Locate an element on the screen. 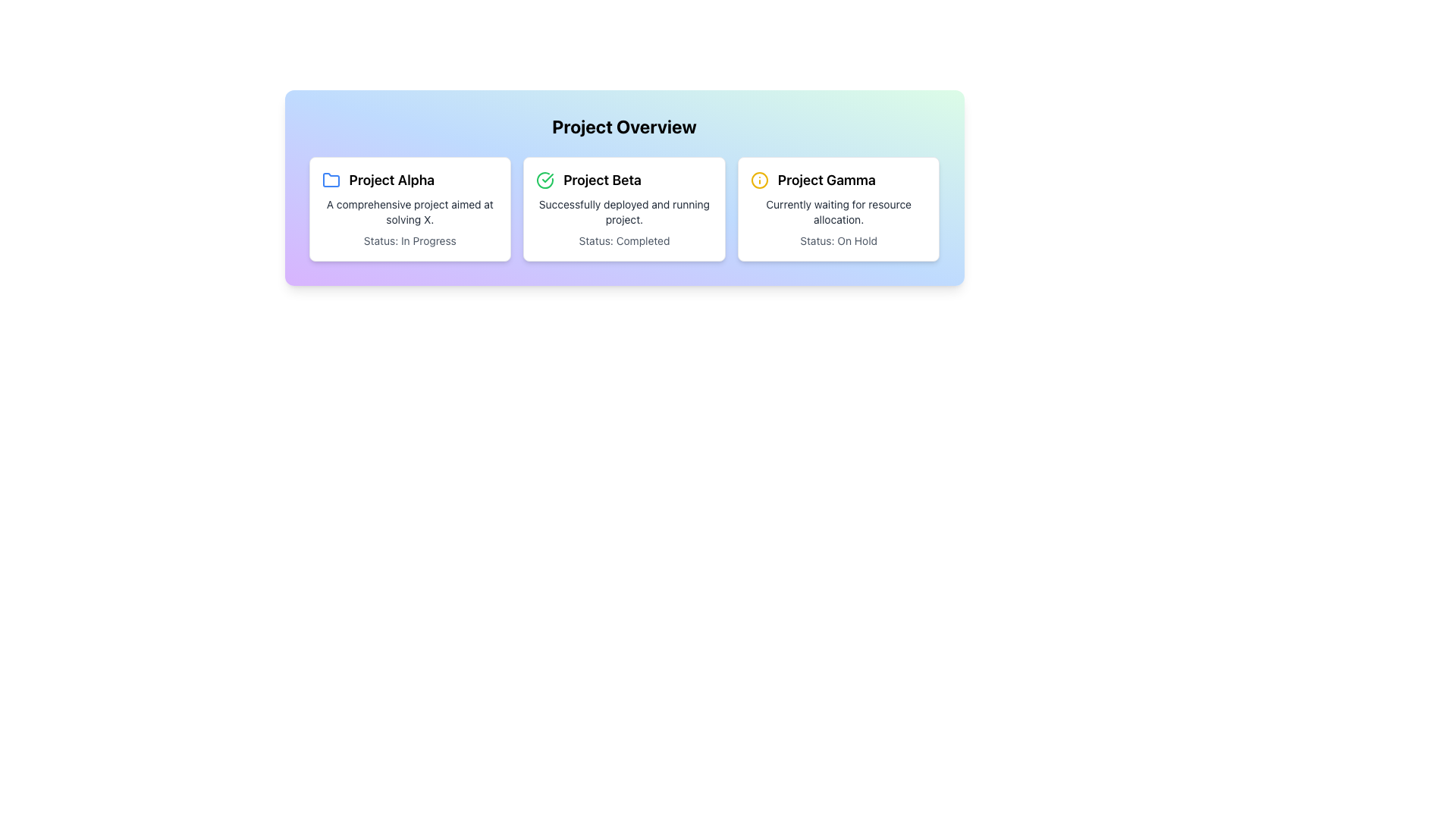  the informational card displaying detailed information about 'Project Gamma', which is the third card in a horizontal row of three, located to the right of 'Project Alpha' and 'Project Beta' is located at coordinates (838, 209).